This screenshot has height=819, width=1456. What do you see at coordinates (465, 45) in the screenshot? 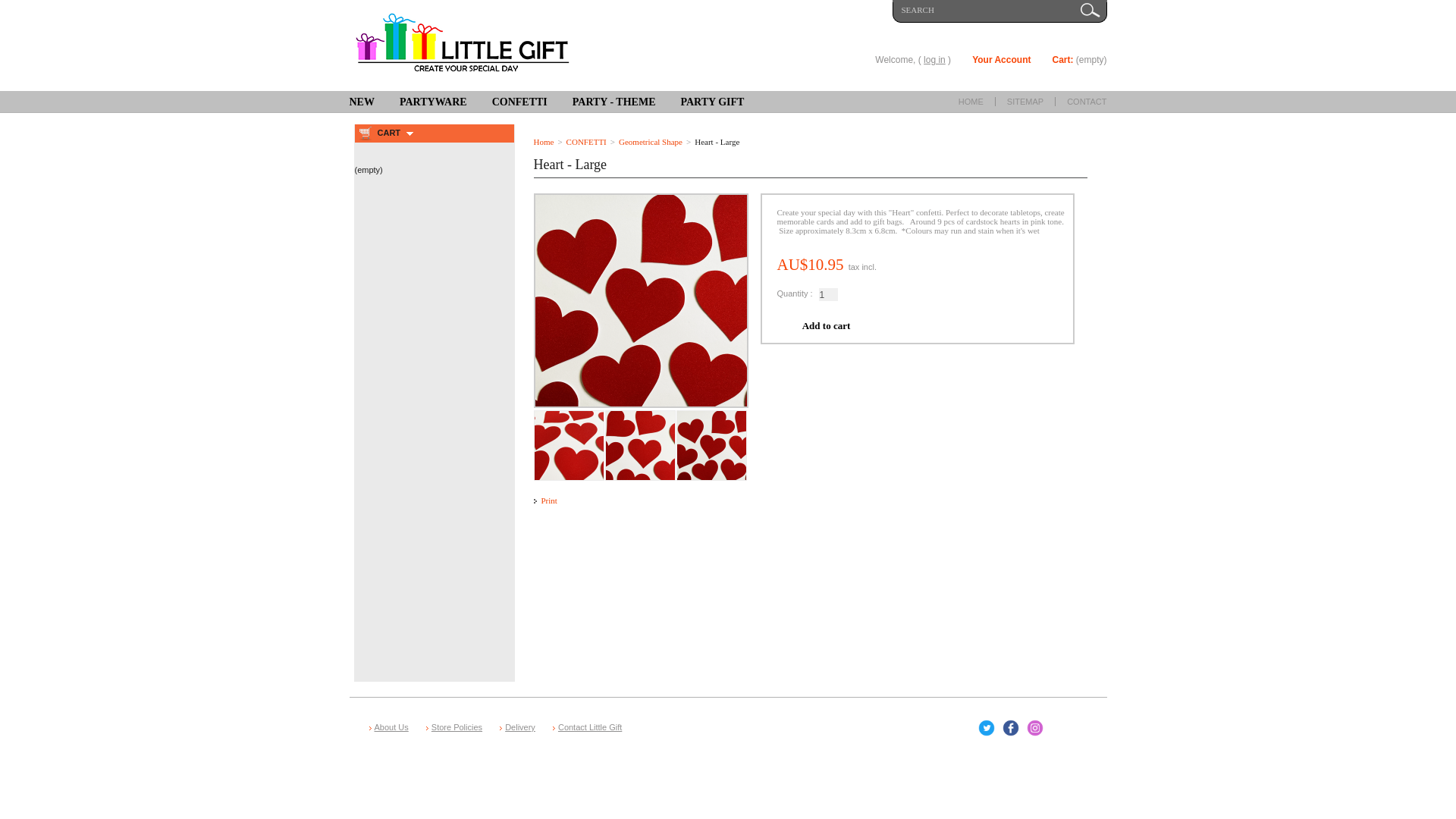
I see `'Little Gift'` at bounding box center [465, 45].